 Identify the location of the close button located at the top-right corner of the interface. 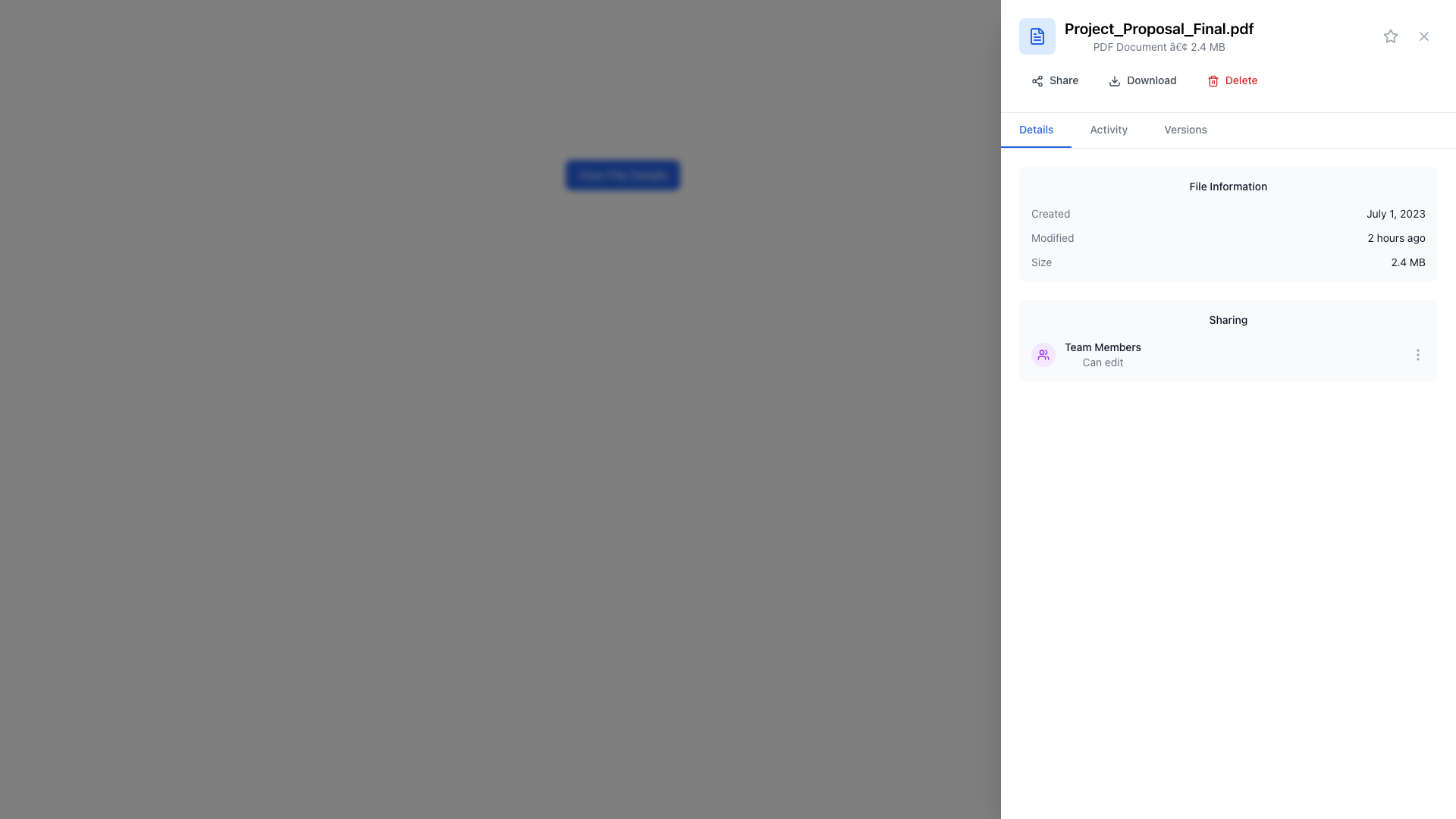
(1423, 35).